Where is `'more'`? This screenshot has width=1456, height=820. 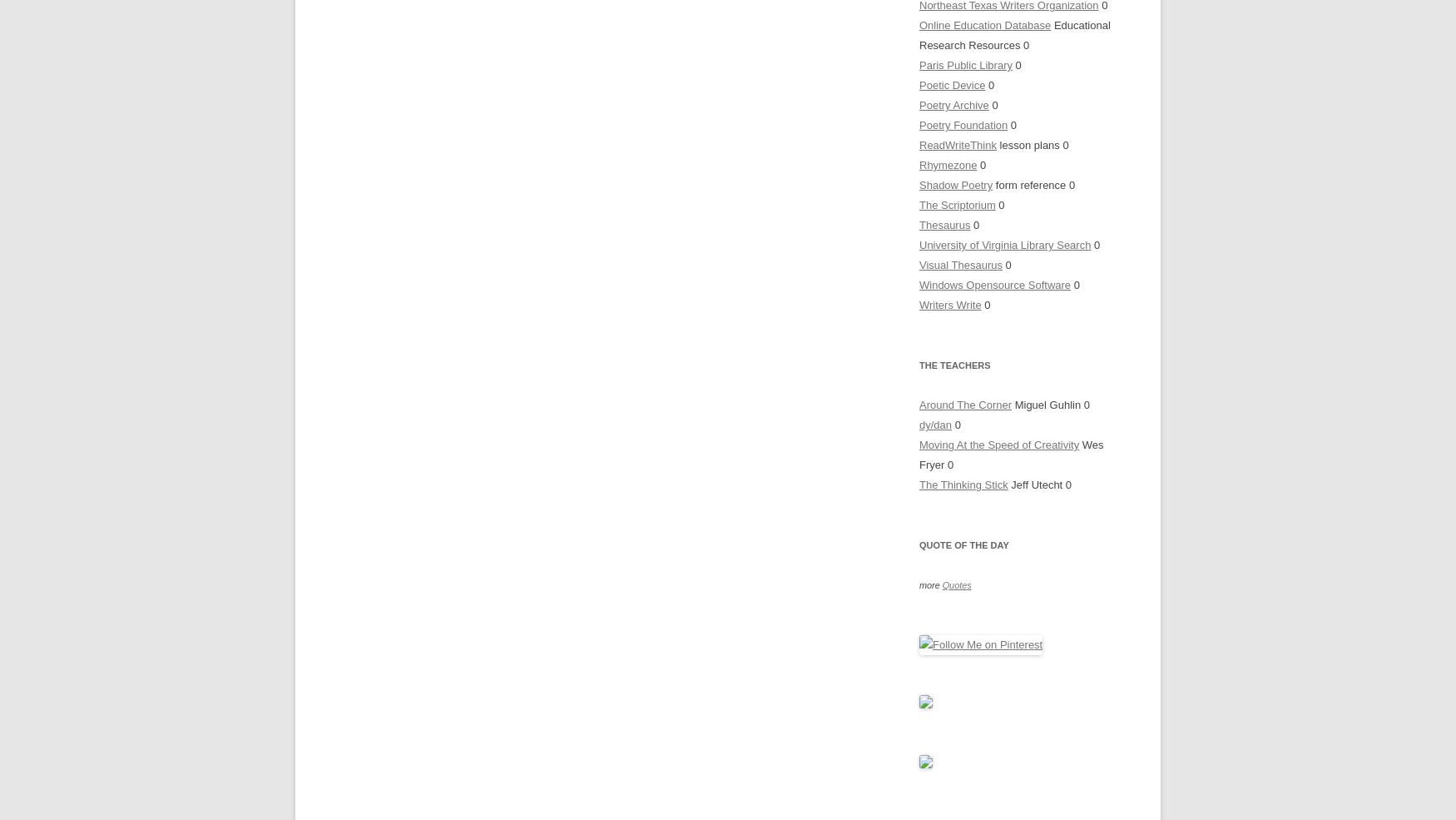 'more' is located at coordinates (930, 584).